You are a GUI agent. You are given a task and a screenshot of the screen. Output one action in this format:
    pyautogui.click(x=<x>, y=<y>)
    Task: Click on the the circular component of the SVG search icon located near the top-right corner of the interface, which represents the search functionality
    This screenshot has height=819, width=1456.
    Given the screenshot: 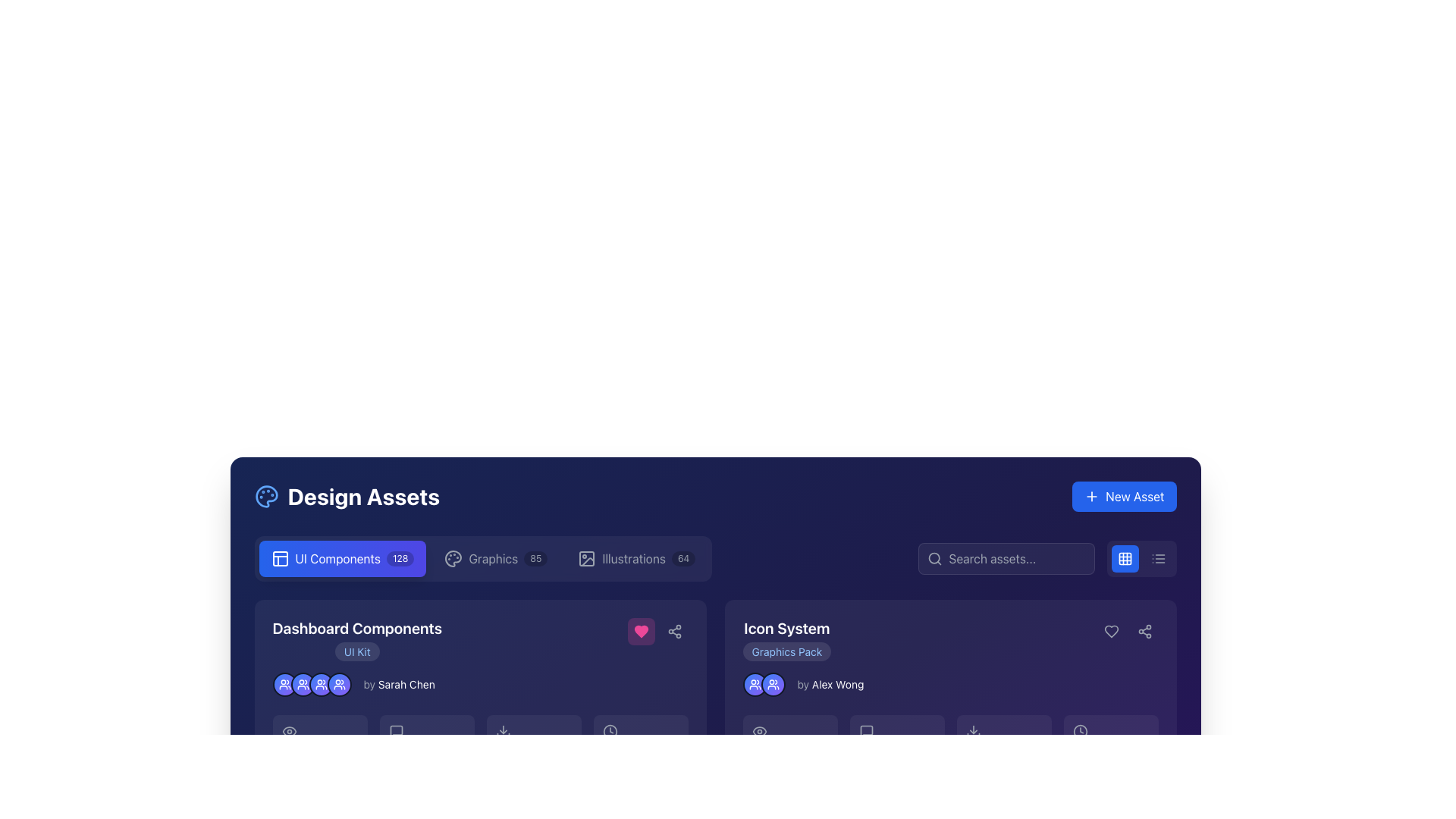 What is the action you would take?
    pyautogui.click(x=933, y=558)
    